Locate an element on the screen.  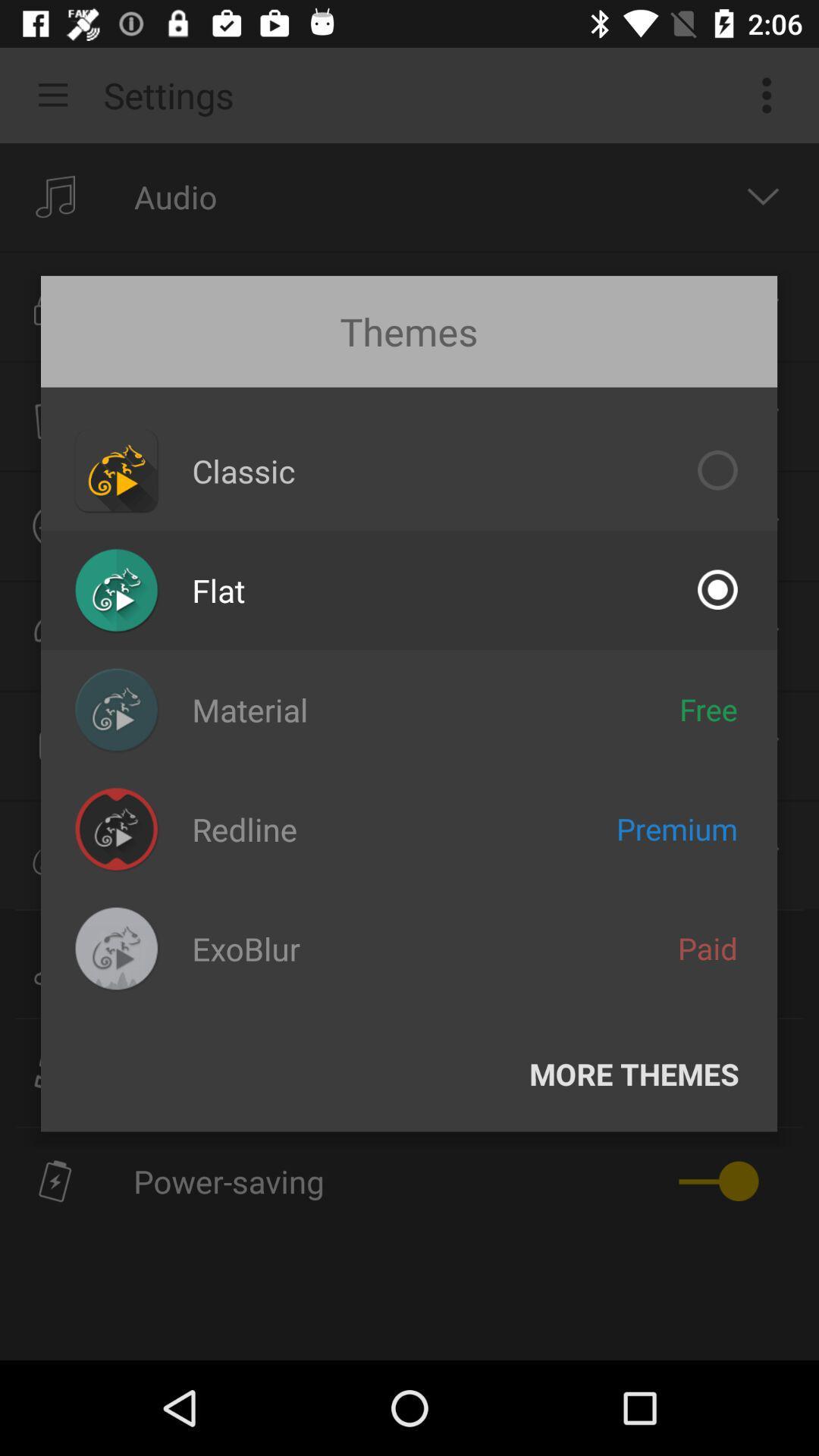
the item to the left of premium item is located at coordinates (243, 828).